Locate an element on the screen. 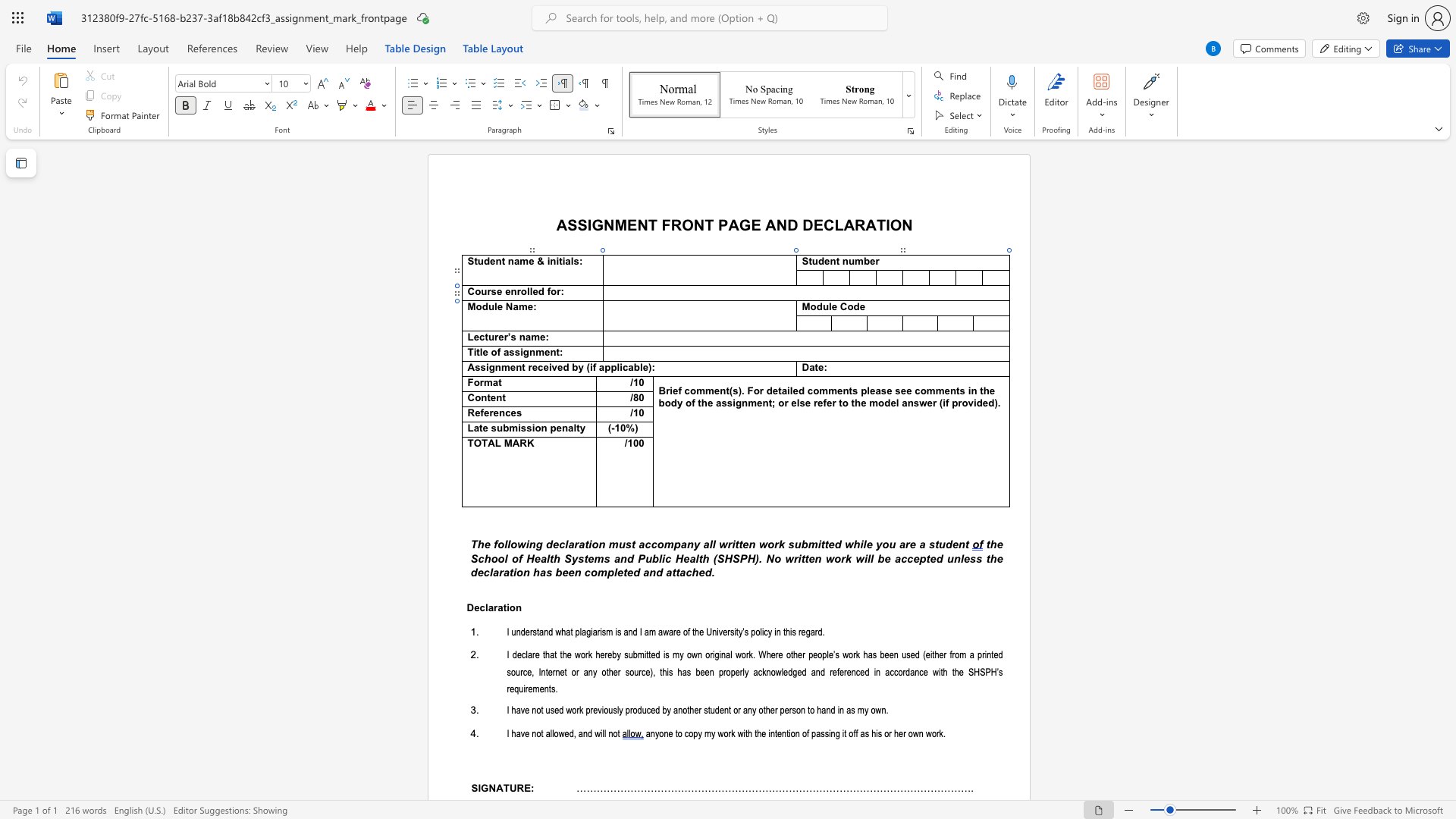  the 1th character "d" in the text is located at coordinates (484, 307).